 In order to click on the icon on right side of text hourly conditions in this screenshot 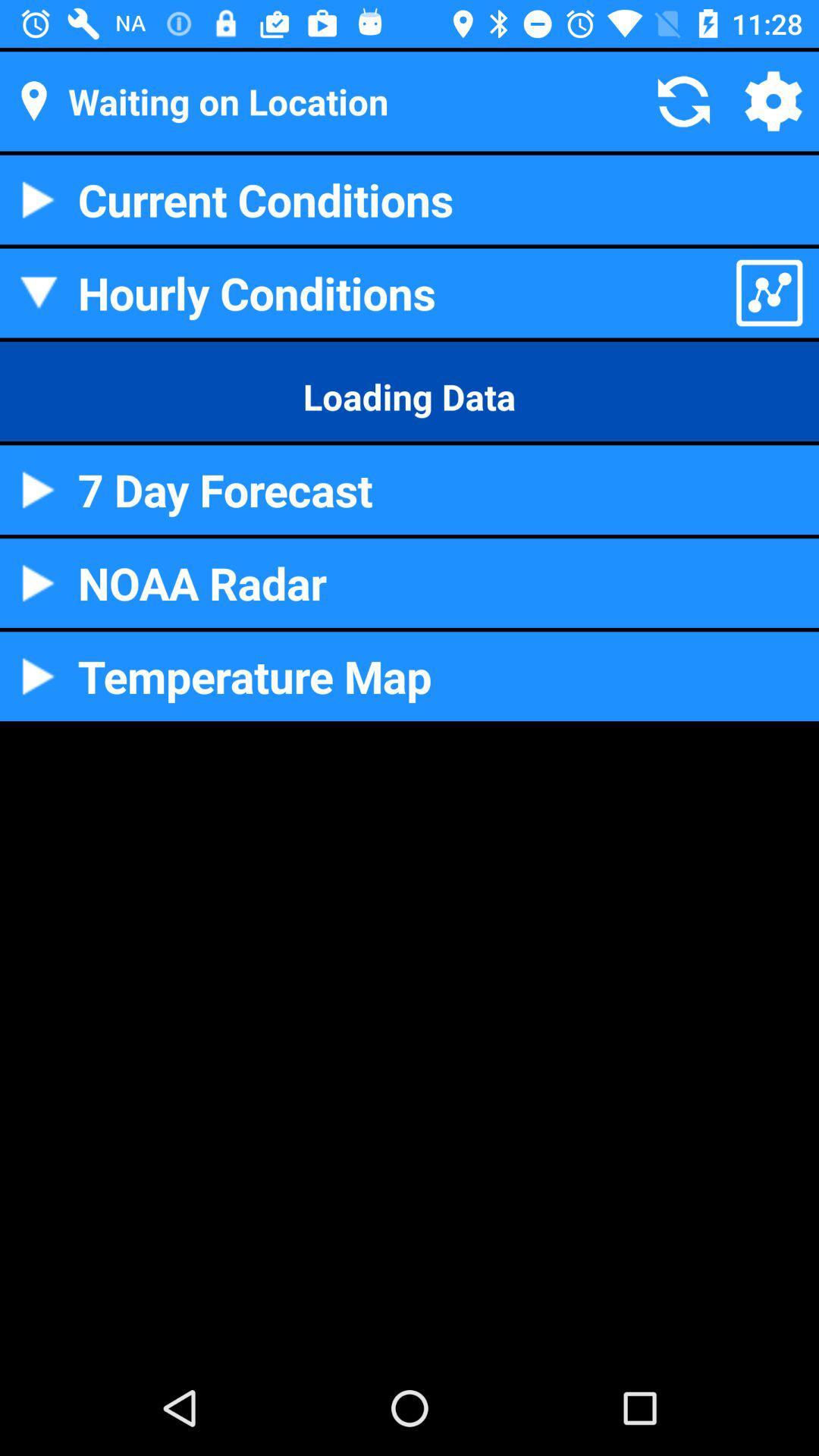, I will do `click(769, 293)`.